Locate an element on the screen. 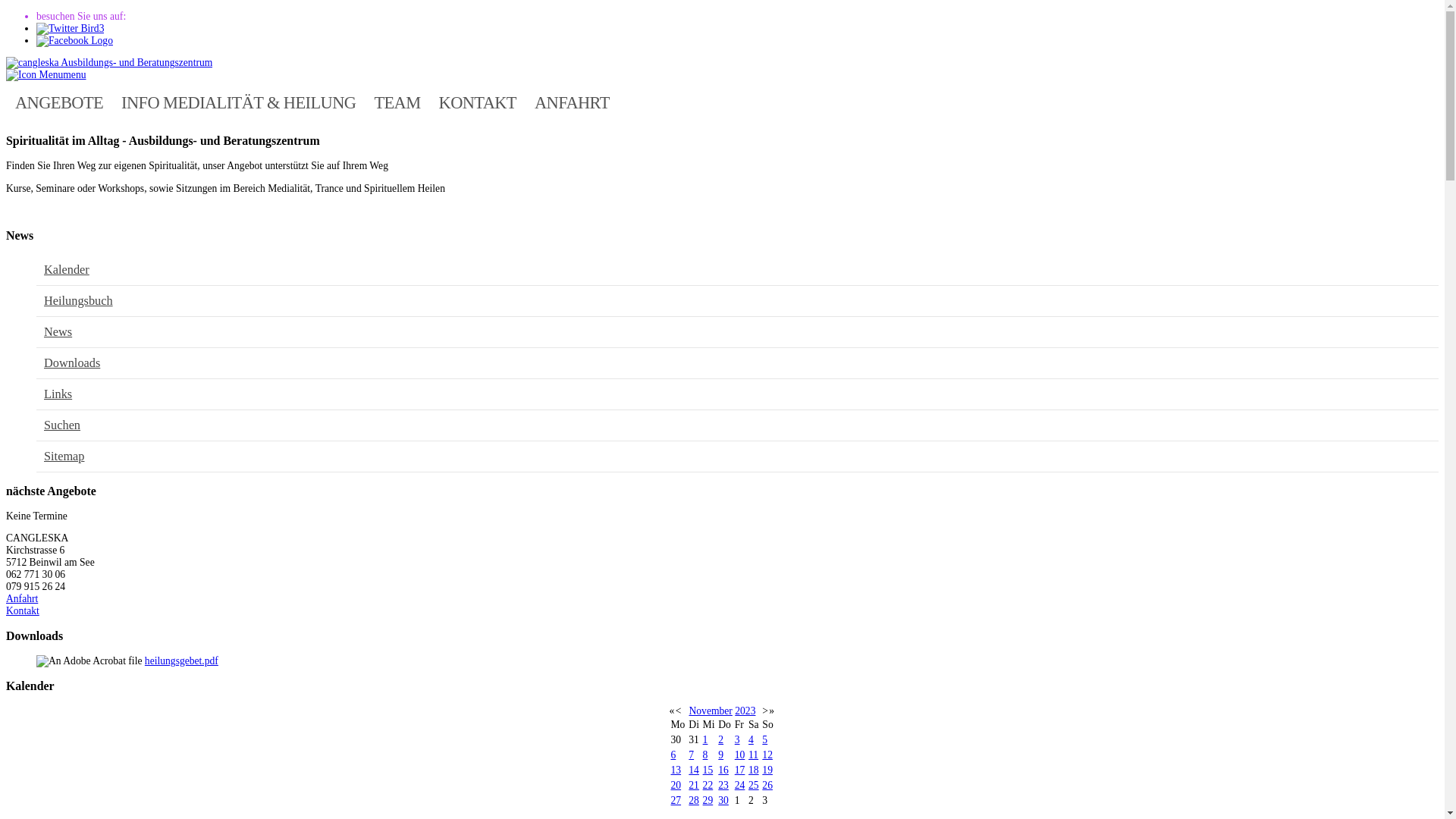 The height and width of the screenshot is (819, 1456). '4' is located at coordinates (751, 739).